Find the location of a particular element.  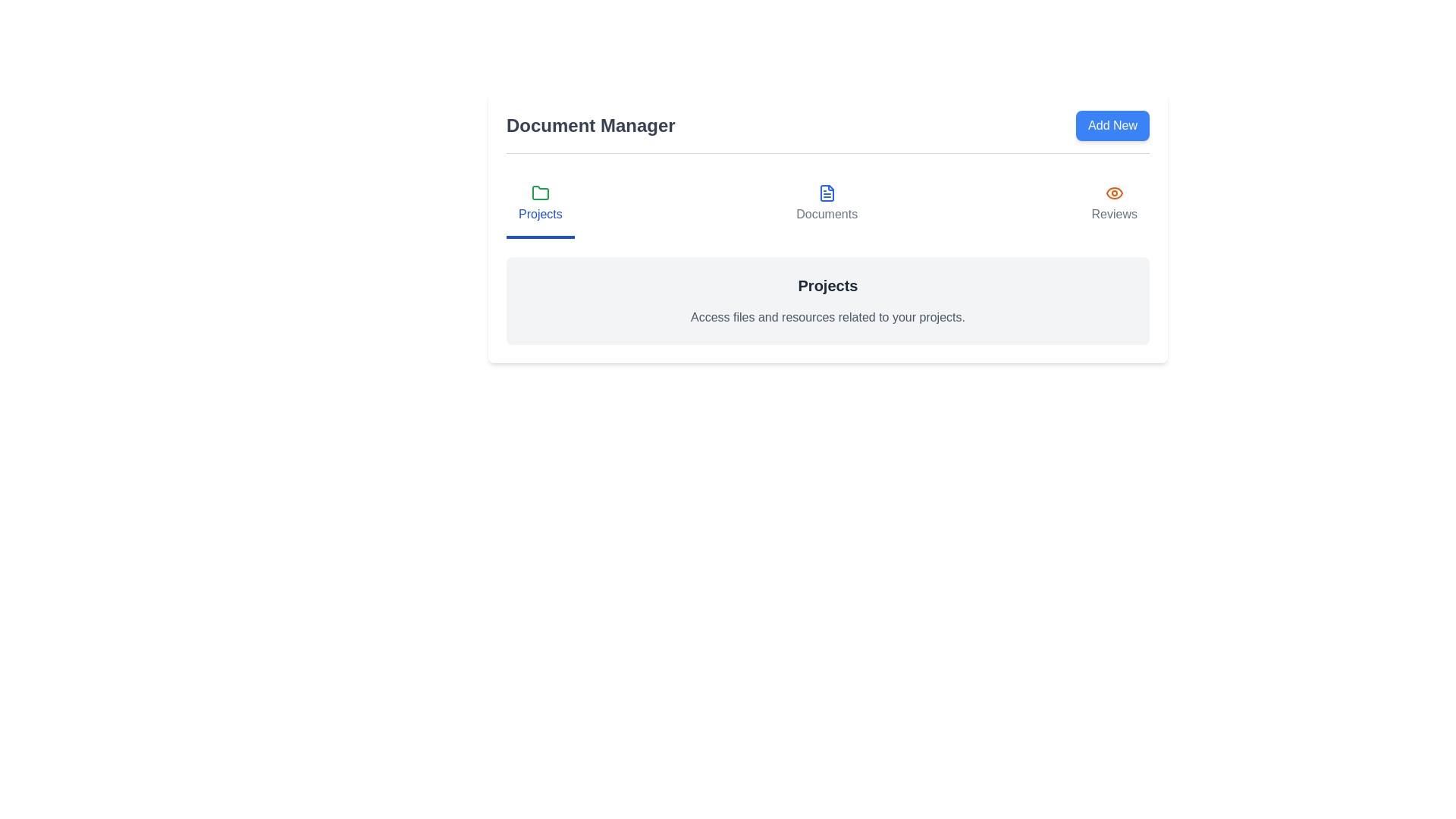

the Documents tab by clicking on its icon is located at coordinates (825, 205).